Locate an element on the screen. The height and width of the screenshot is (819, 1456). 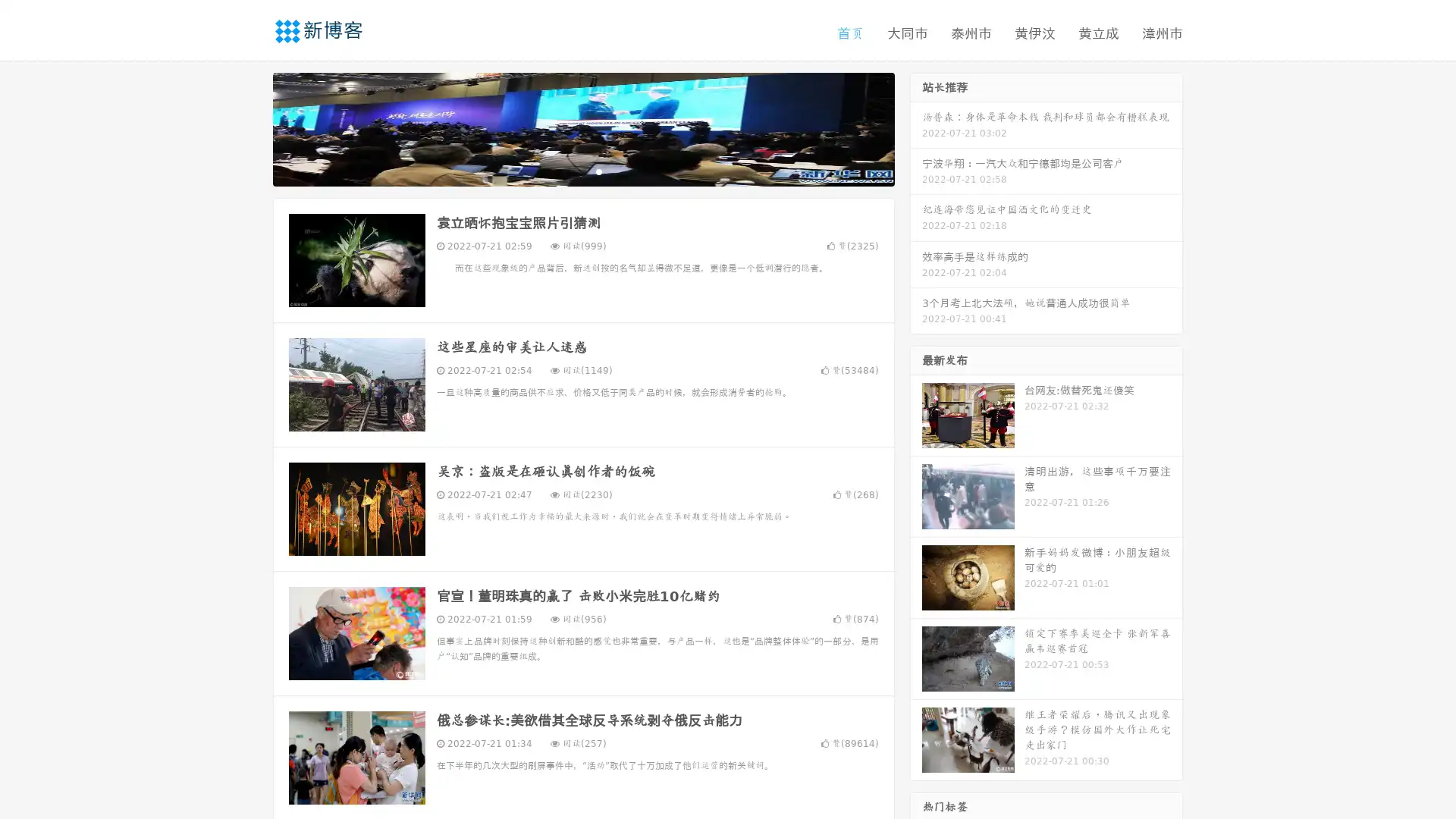
Go to slide 1 is located at coordinates (567, 171).